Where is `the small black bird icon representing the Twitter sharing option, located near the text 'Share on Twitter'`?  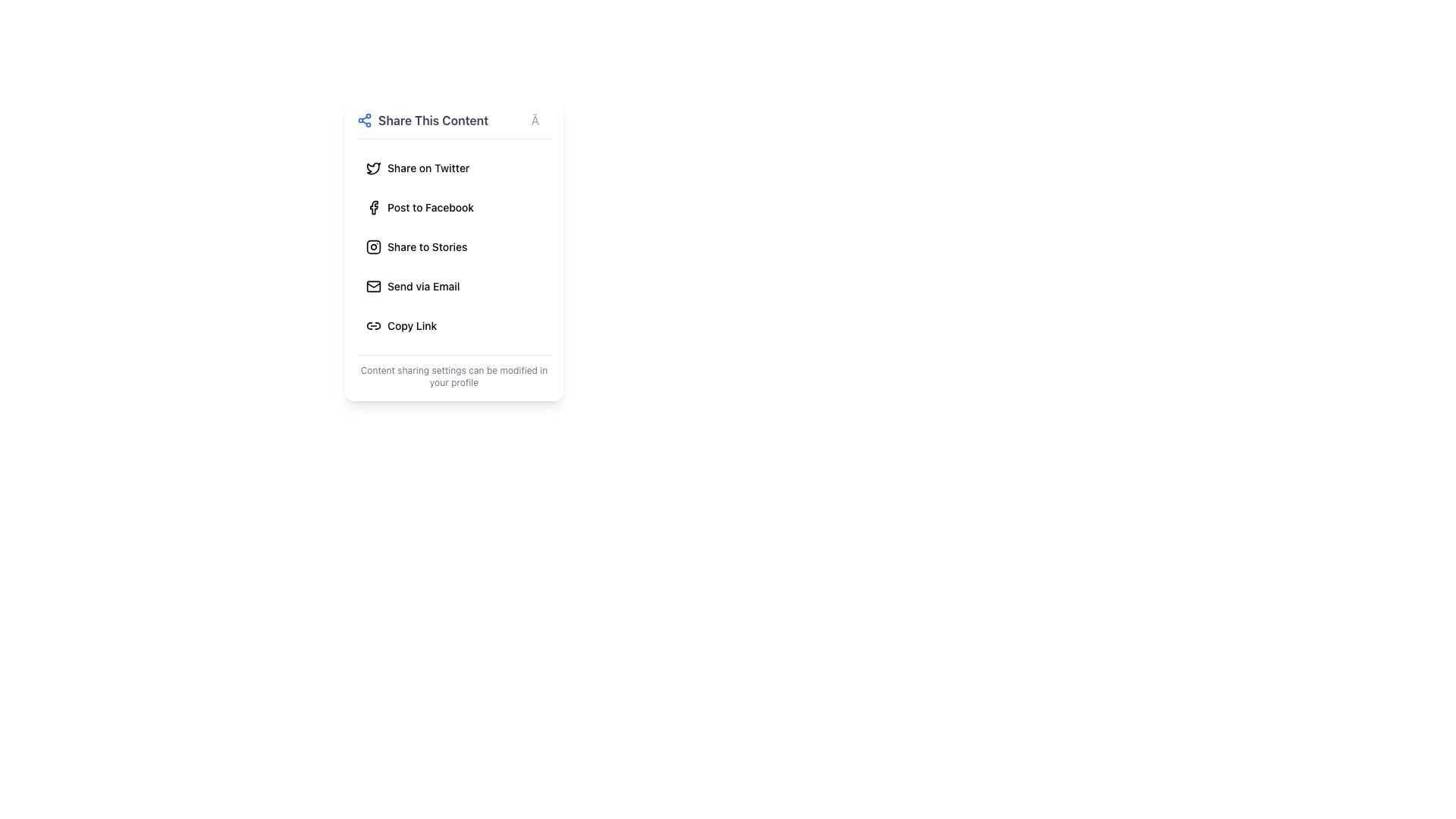
the small black bird icon representing the Twitter sharing option, located near the text 'Share on Twitter' is located at coordinates (374, 168).